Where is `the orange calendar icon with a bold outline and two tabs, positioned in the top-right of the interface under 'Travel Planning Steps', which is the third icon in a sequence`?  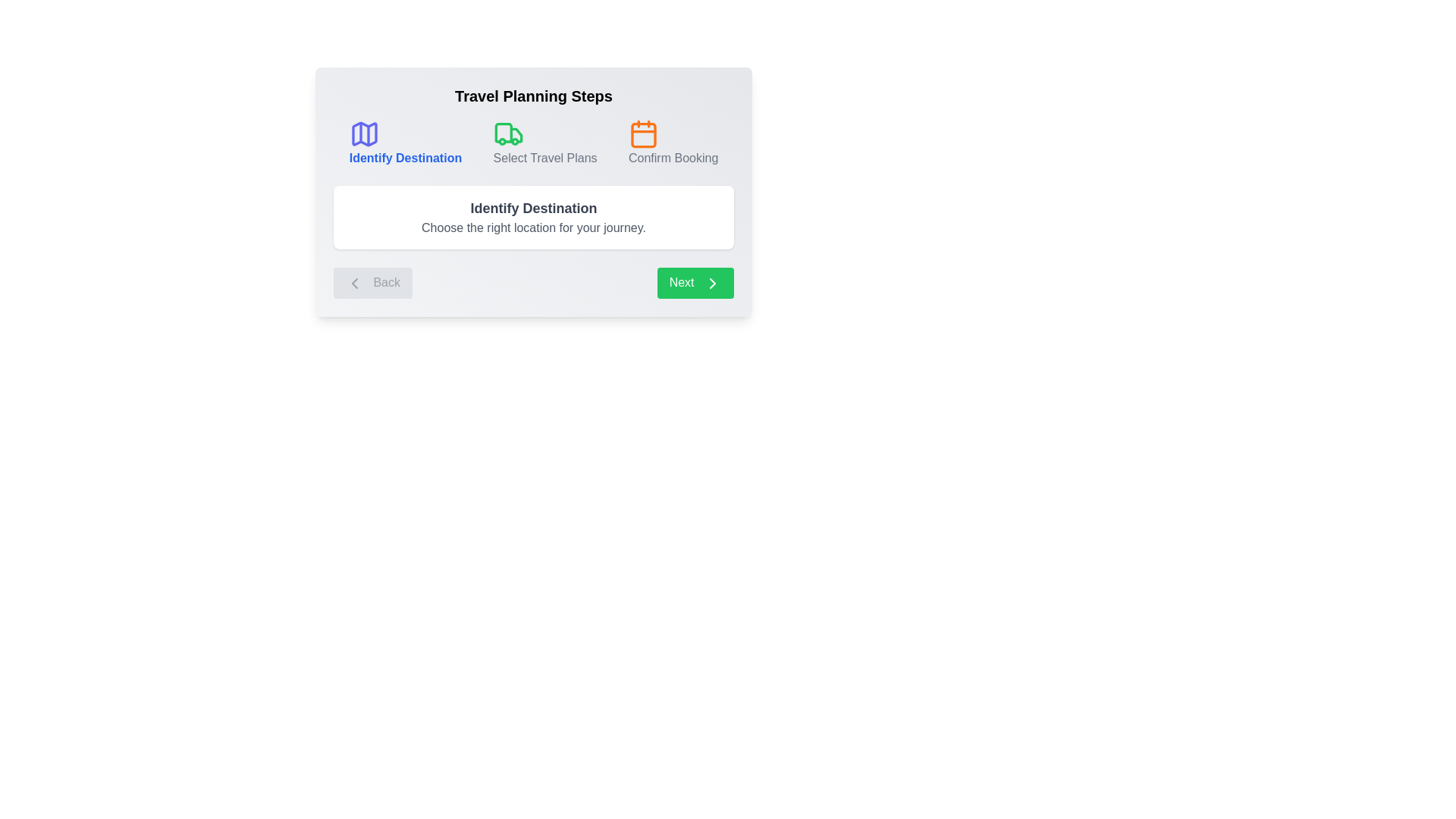 the orange calendar icon with a bold outline and two tabs, positioned in the top-right of the interface under 'Travel Planning Steps', which is the third icon in a sequence is located at coordinates (644, 133).